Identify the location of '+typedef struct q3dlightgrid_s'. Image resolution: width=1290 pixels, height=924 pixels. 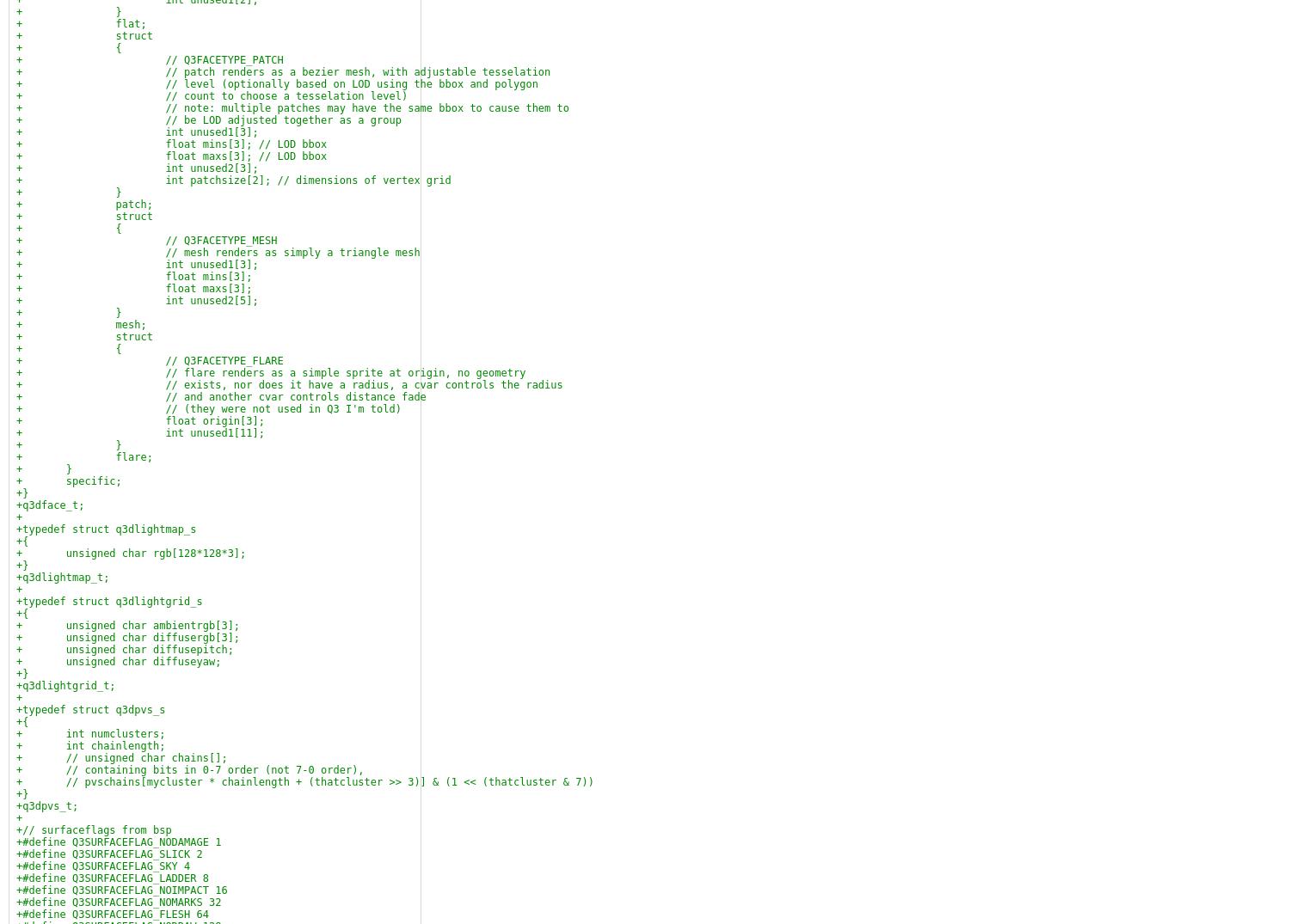
(109, 601).